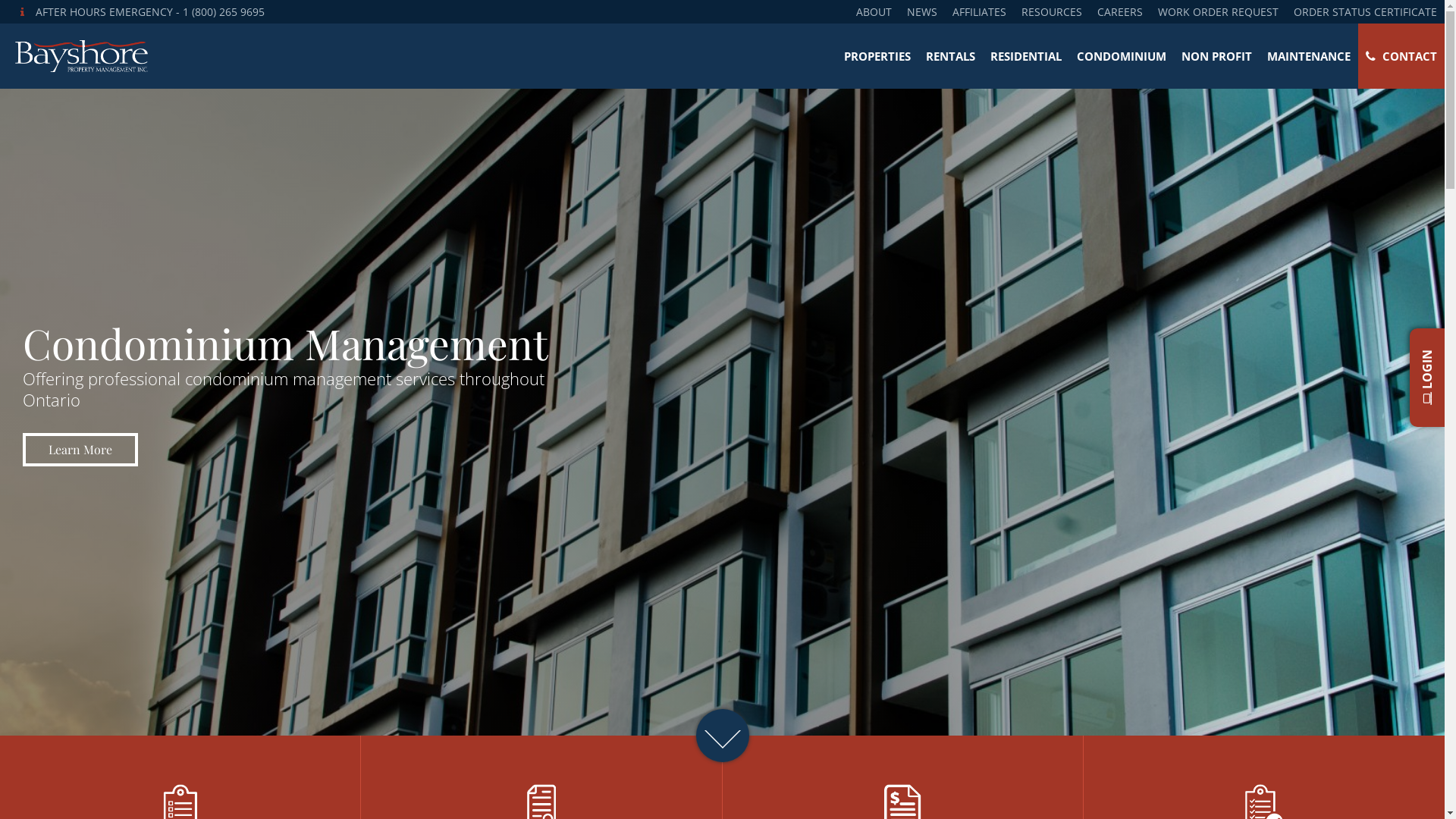  Describe the element at coordinates (917, 55) in the screenshot. I see `'RENTALS'` at that location.